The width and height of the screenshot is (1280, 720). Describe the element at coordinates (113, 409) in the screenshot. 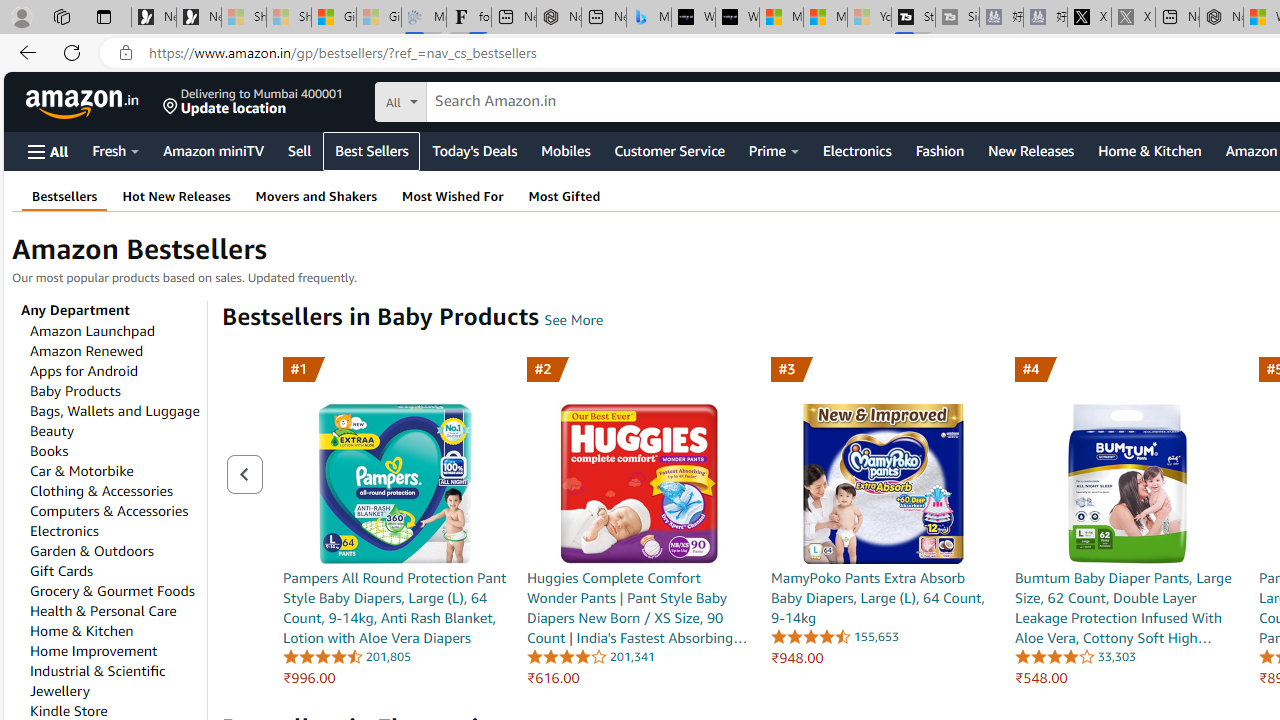

I see `'Bags, Wallets and Luggage'` at that location.